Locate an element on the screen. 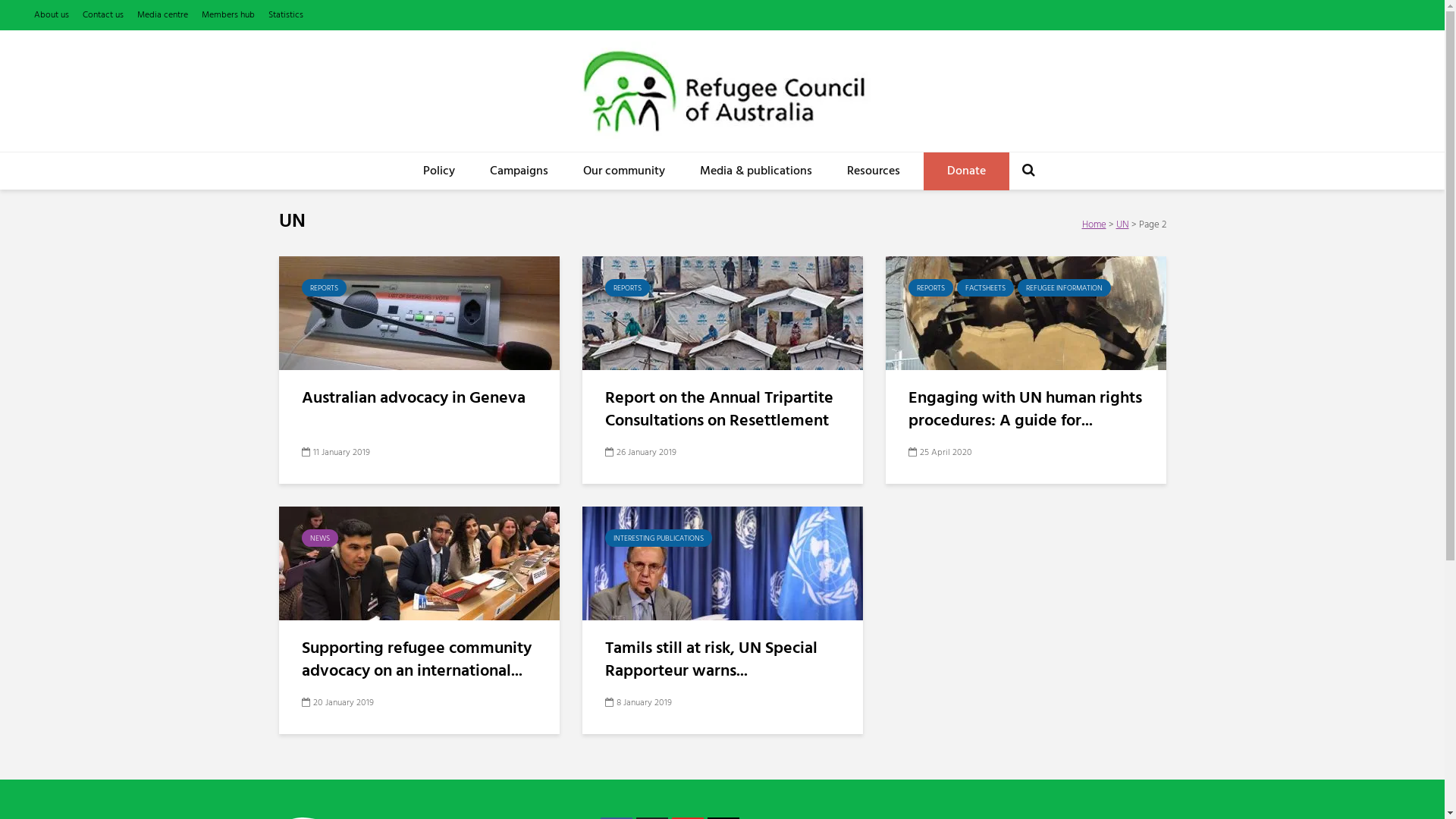 This screenshot has height=819, width=1456. 'Donate' is located at coordinates (965, 171).